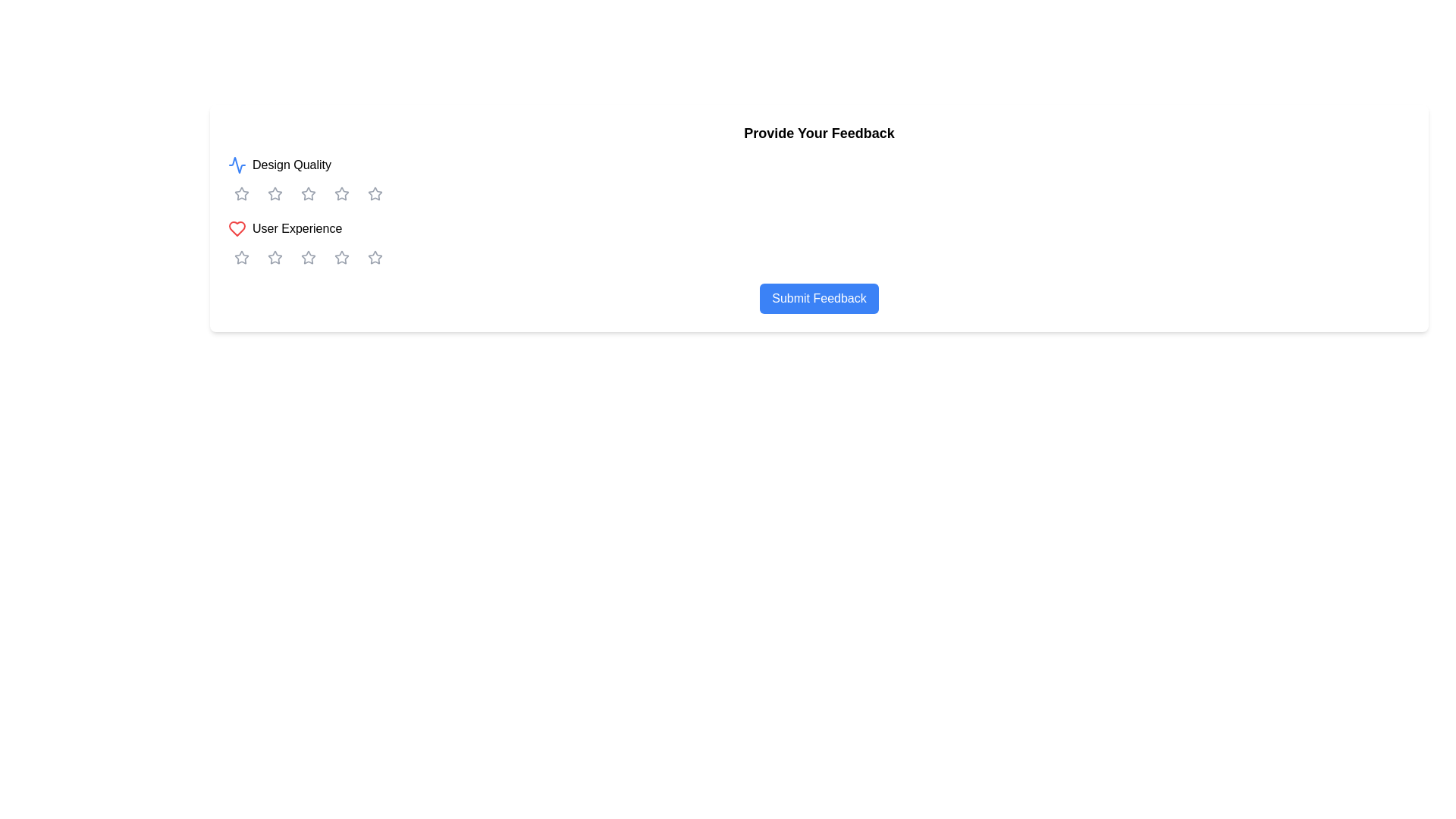 The height and width of the screenshot is (819, 1456). What do you see at coordinates (308, 256) in the screenshot?
I see `the third star` at bounding box center [308, 256].